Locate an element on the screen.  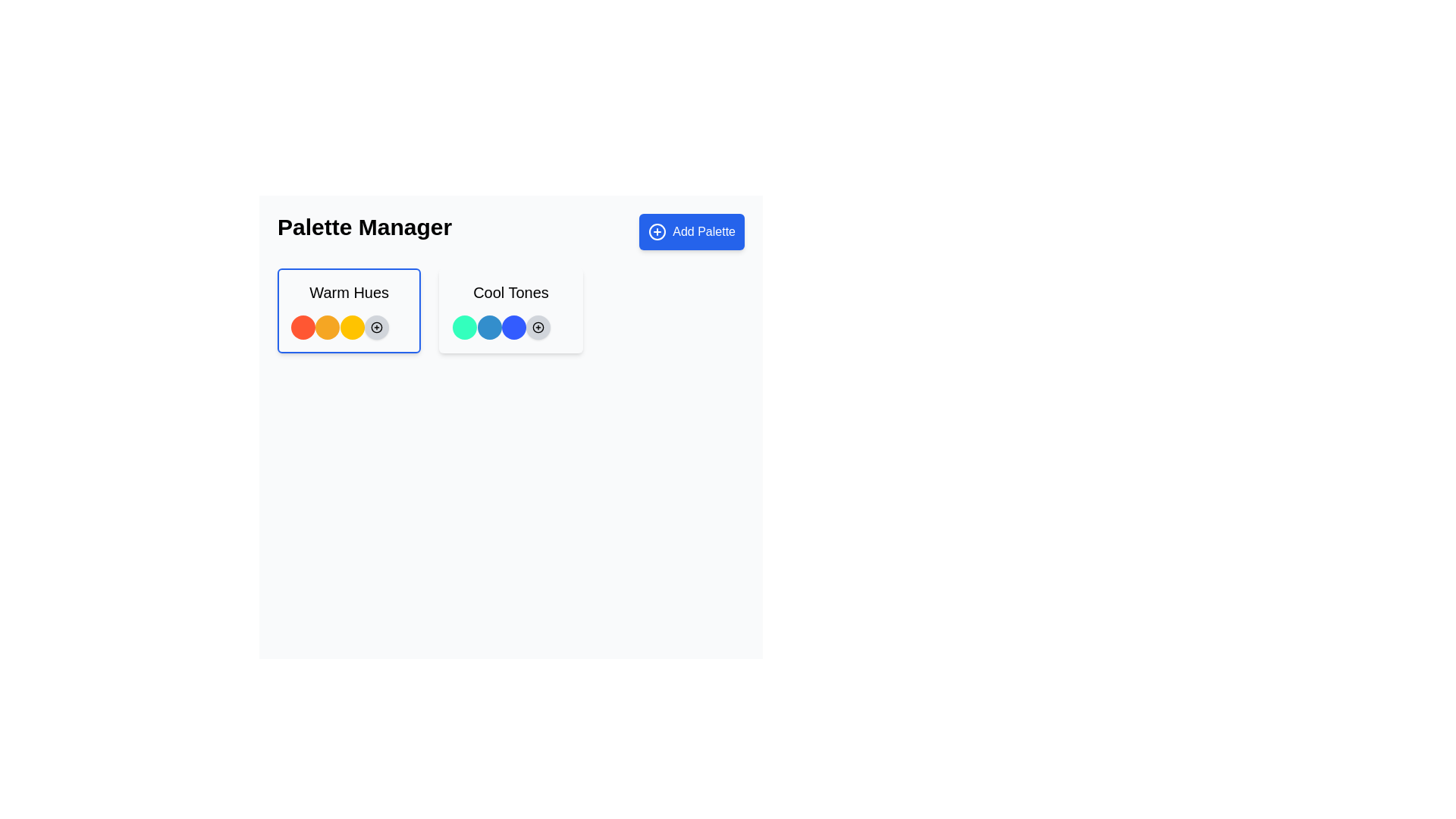
the Grid containing interactive and non-interactive icons for managing 'Warm Hues' swatches is located at coordinates (348, 327).